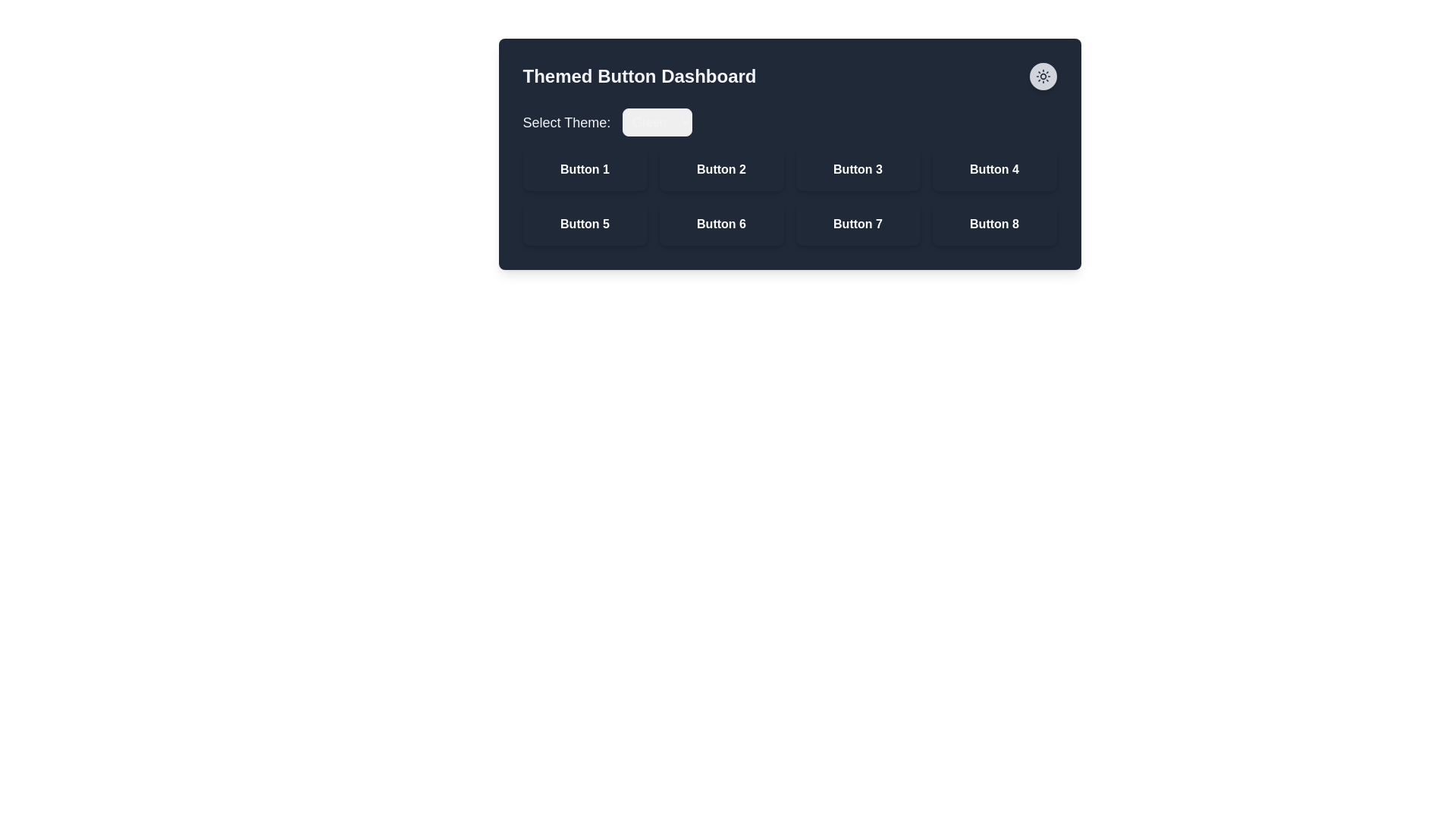  Describe the element at coordinates (566, 121) in the screenshot. I see `the text label displaying 'Select Theme:' which is positioned in the upper section of the interface, preceding a dropdown menu` at that location.